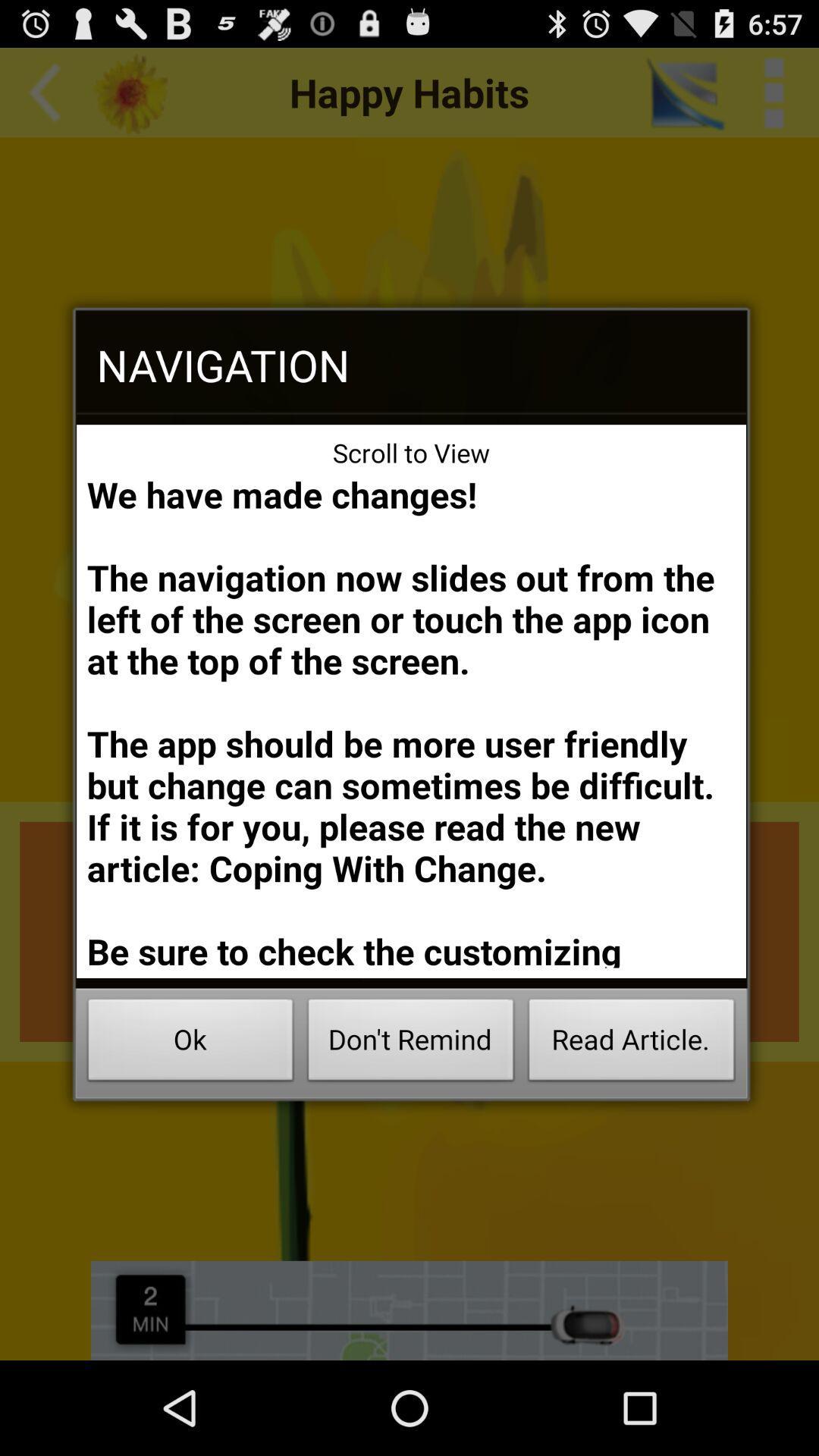 This screenshot has width=819, height=1456. I want to click on the button to the left of the don't remind icon, so click(190, 1043).